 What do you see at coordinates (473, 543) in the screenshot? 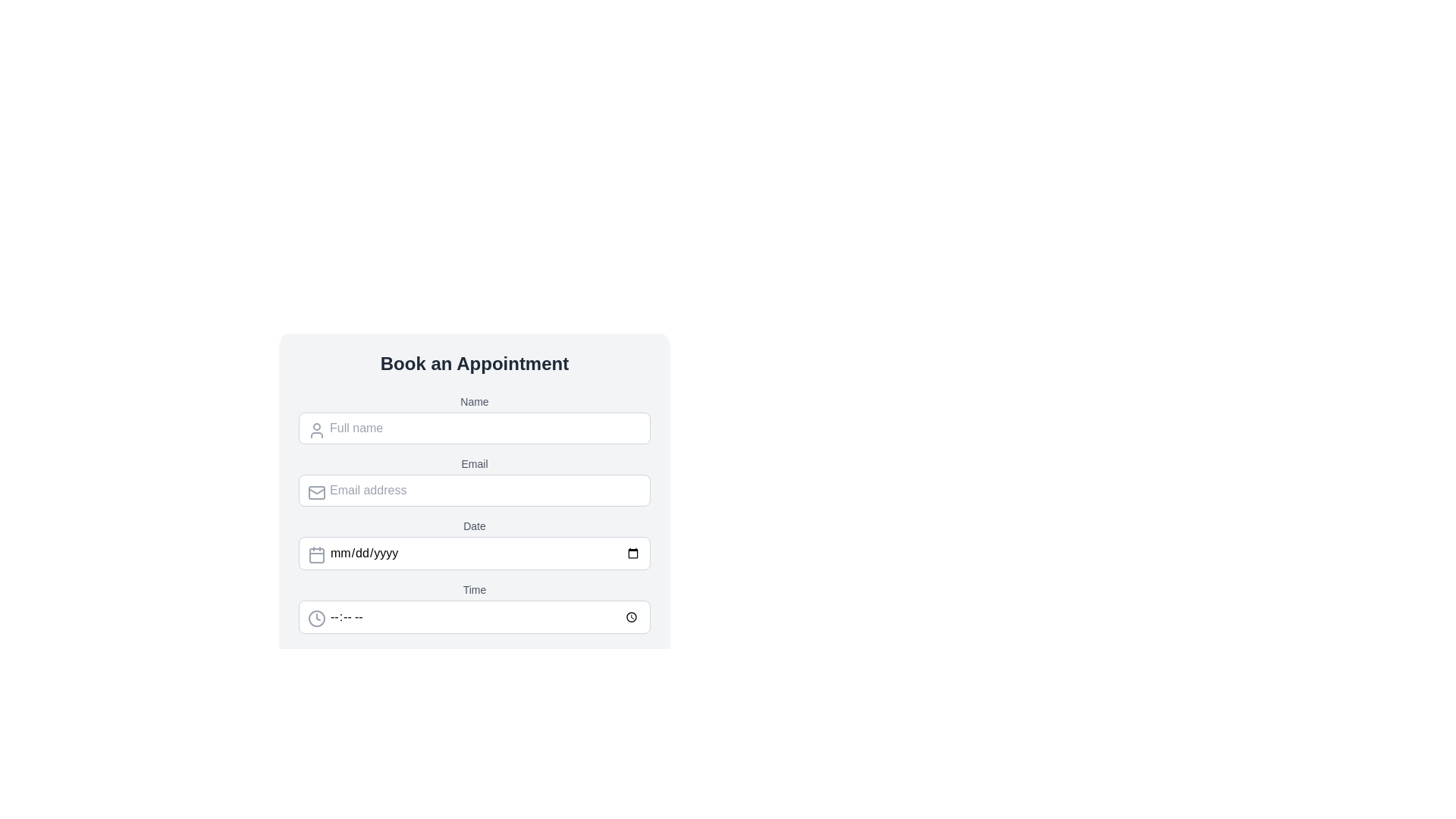
I see `the Date Input Field located below the 'Email' input field and above the 'Time' input field` at bounding box center [473, 543].